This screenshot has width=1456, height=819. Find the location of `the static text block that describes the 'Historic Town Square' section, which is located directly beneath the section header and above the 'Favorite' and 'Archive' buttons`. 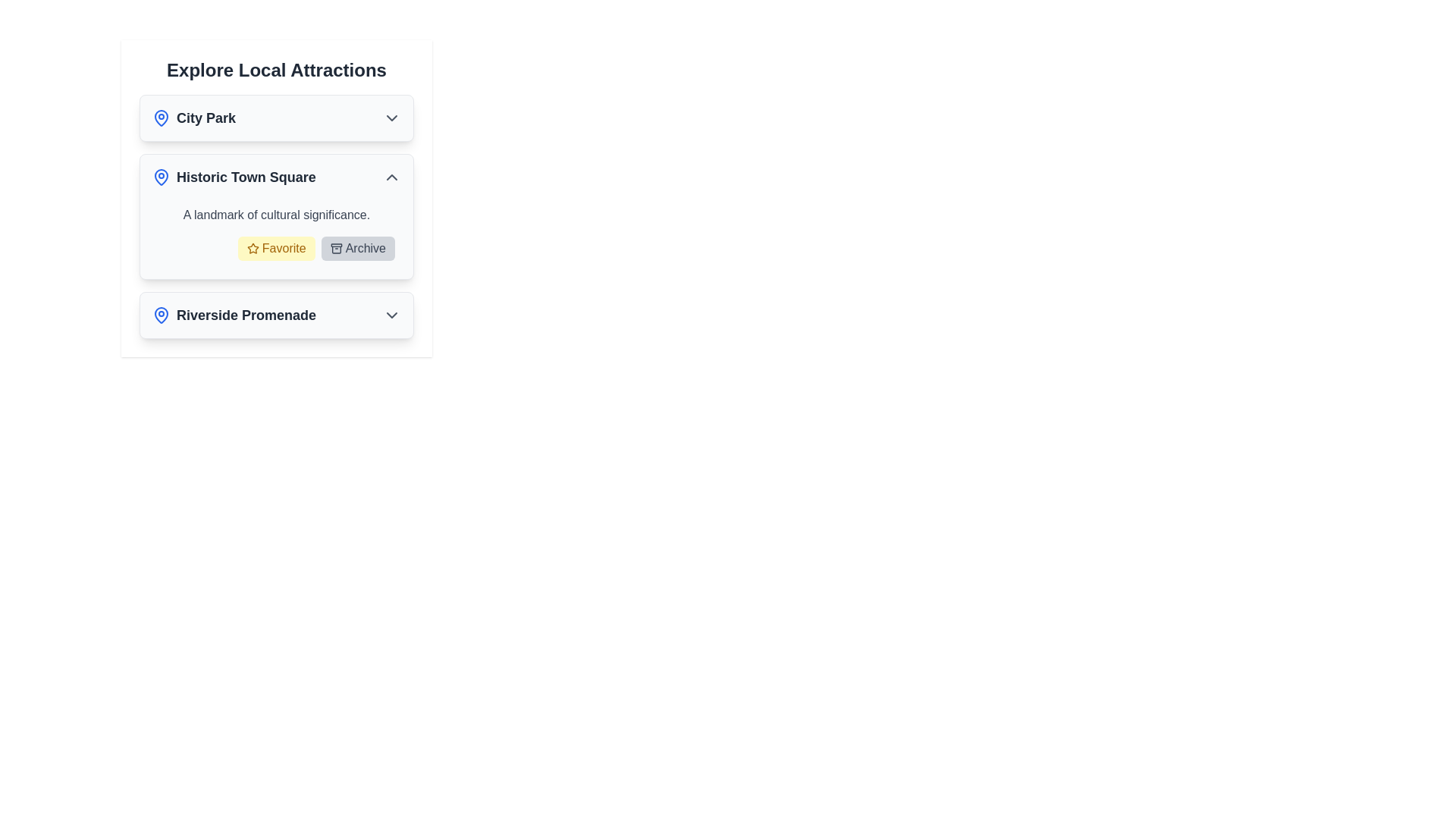

the static text block that describes the 'Historic Town Square' section, which is located directly beneath the section header and above the 'Favorite' and 'Archive' buttons is located at coordinates (276, 215).